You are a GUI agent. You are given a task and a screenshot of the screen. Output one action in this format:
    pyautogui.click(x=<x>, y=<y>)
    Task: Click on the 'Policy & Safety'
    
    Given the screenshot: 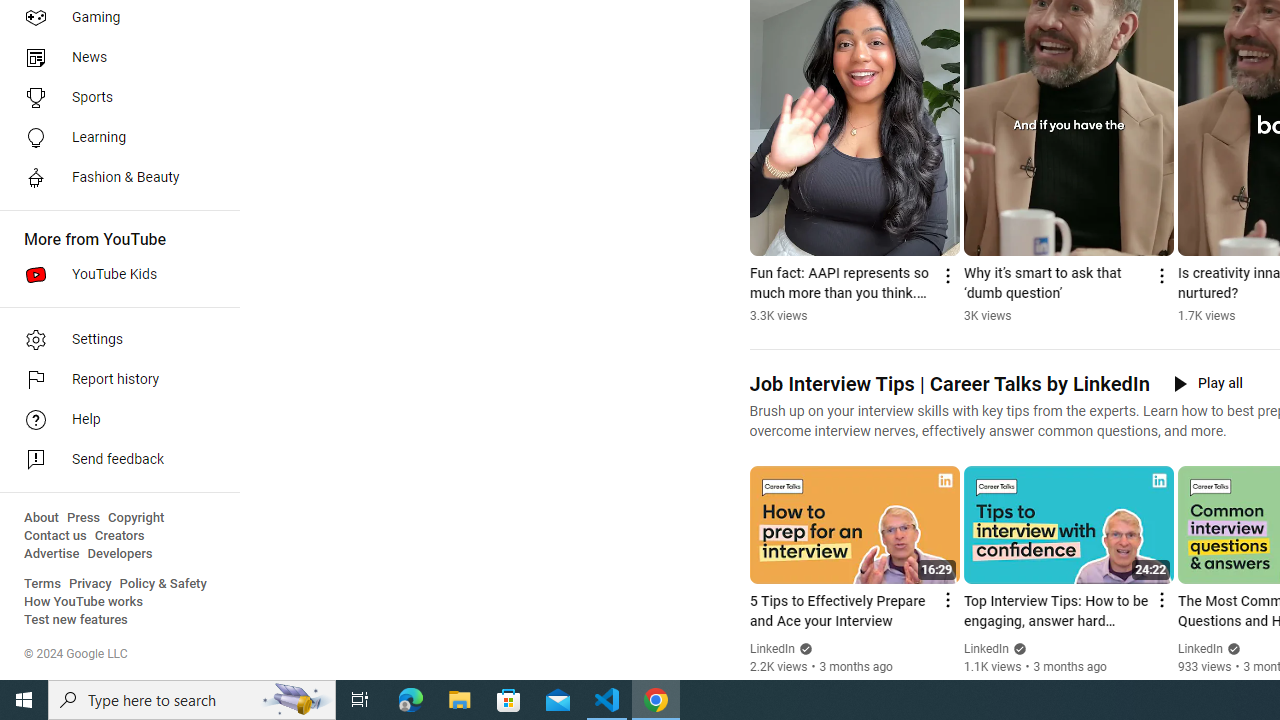 What is the action you would take?
    pyautogui.click(x=163, y=584)
    